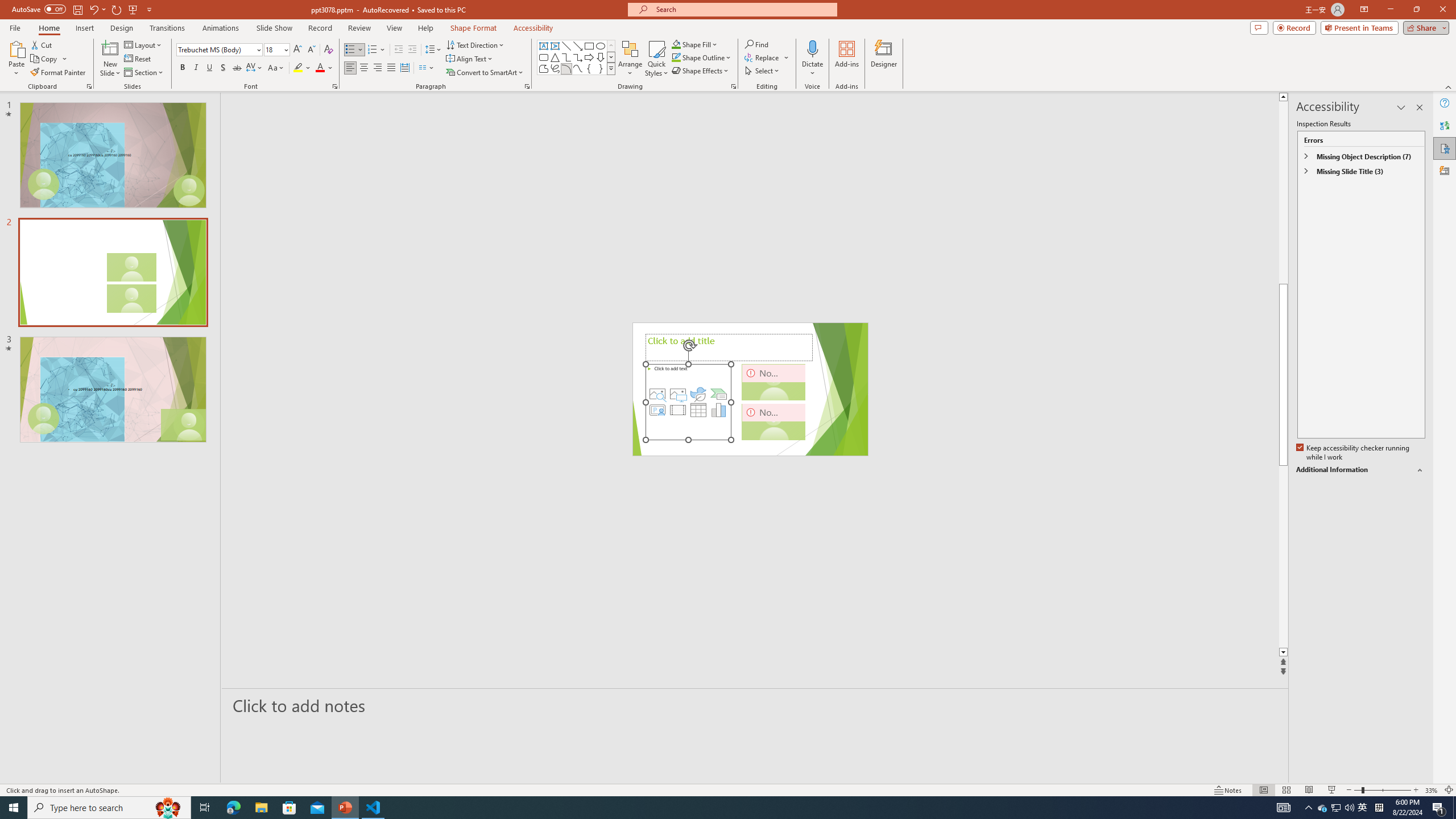 This screenshot has width=1456, height=819. Describe the element at coordinates (1431, 790) in the screenshot. I see `'Zoom 33%'` at that location.